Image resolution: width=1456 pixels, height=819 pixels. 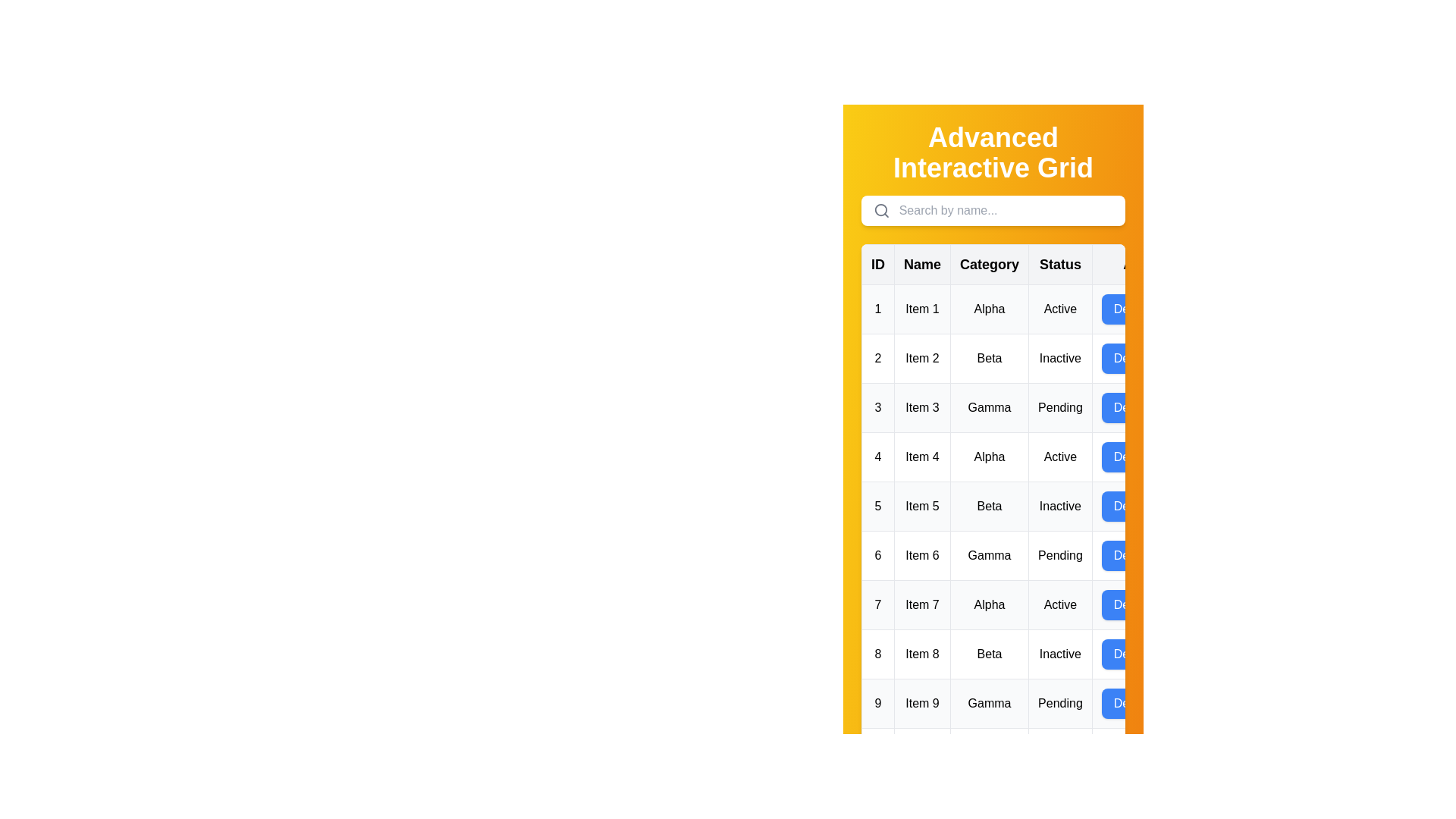 I want to click on the column header Name to sort the data, so click(x=921, y=263).